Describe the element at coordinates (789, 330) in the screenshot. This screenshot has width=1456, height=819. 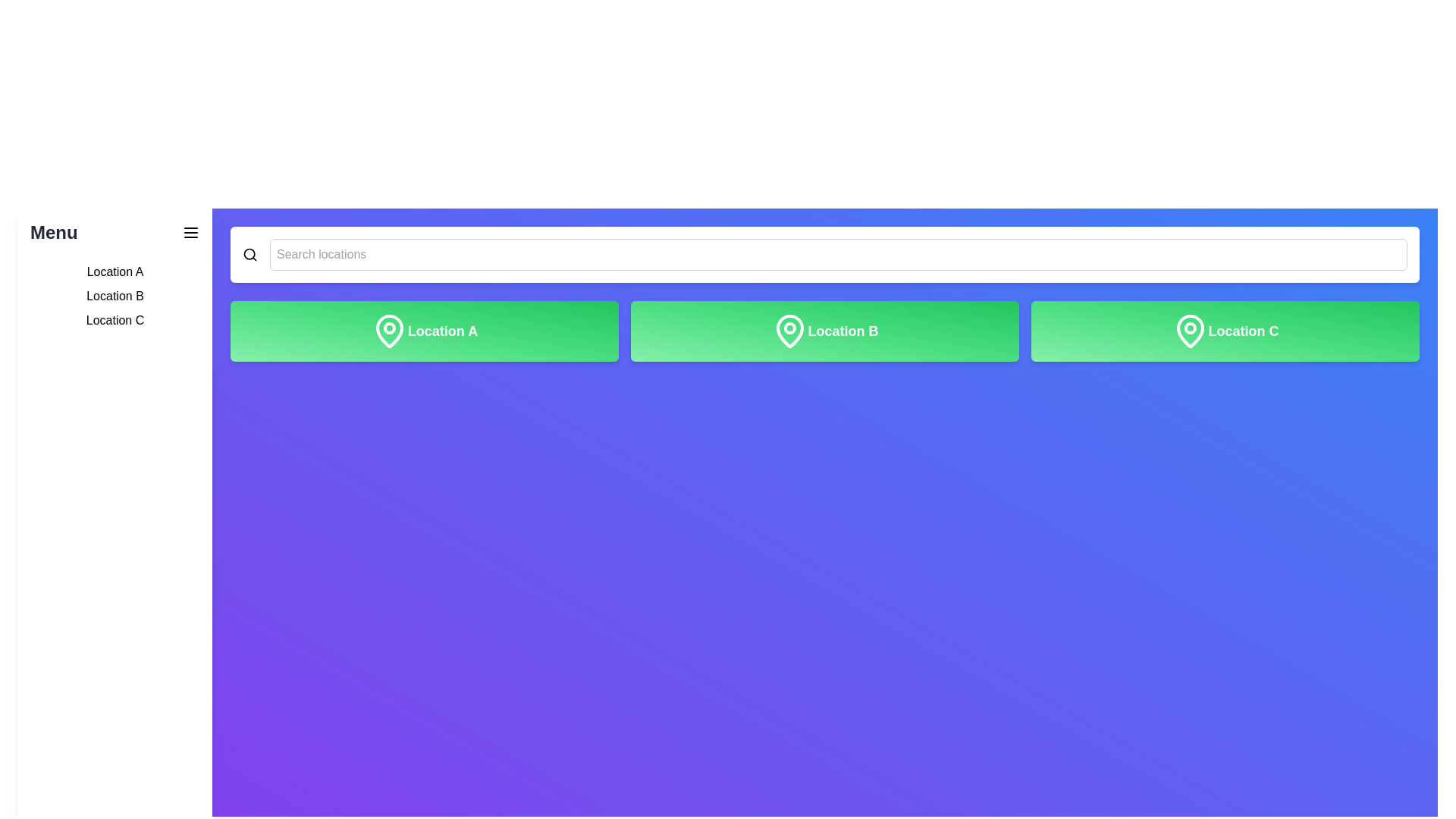
I see `the 'Location B' button that contains the green map pin icon with a hollow center, which is the middle button among three horizontally aligned selections` at that location.